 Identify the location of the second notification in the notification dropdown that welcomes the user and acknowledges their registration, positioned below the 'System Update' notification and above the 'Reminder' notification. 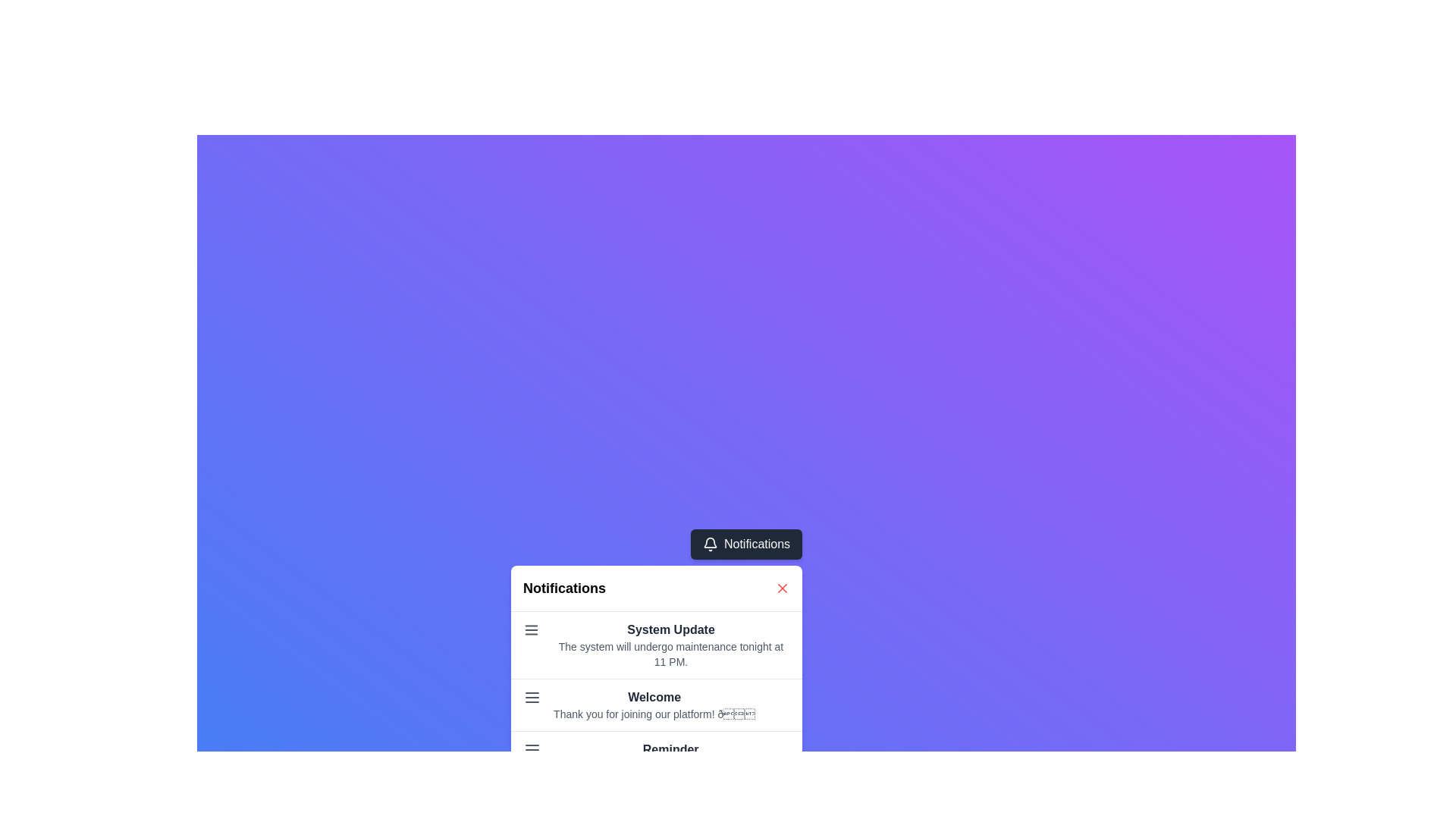
(654, 704).